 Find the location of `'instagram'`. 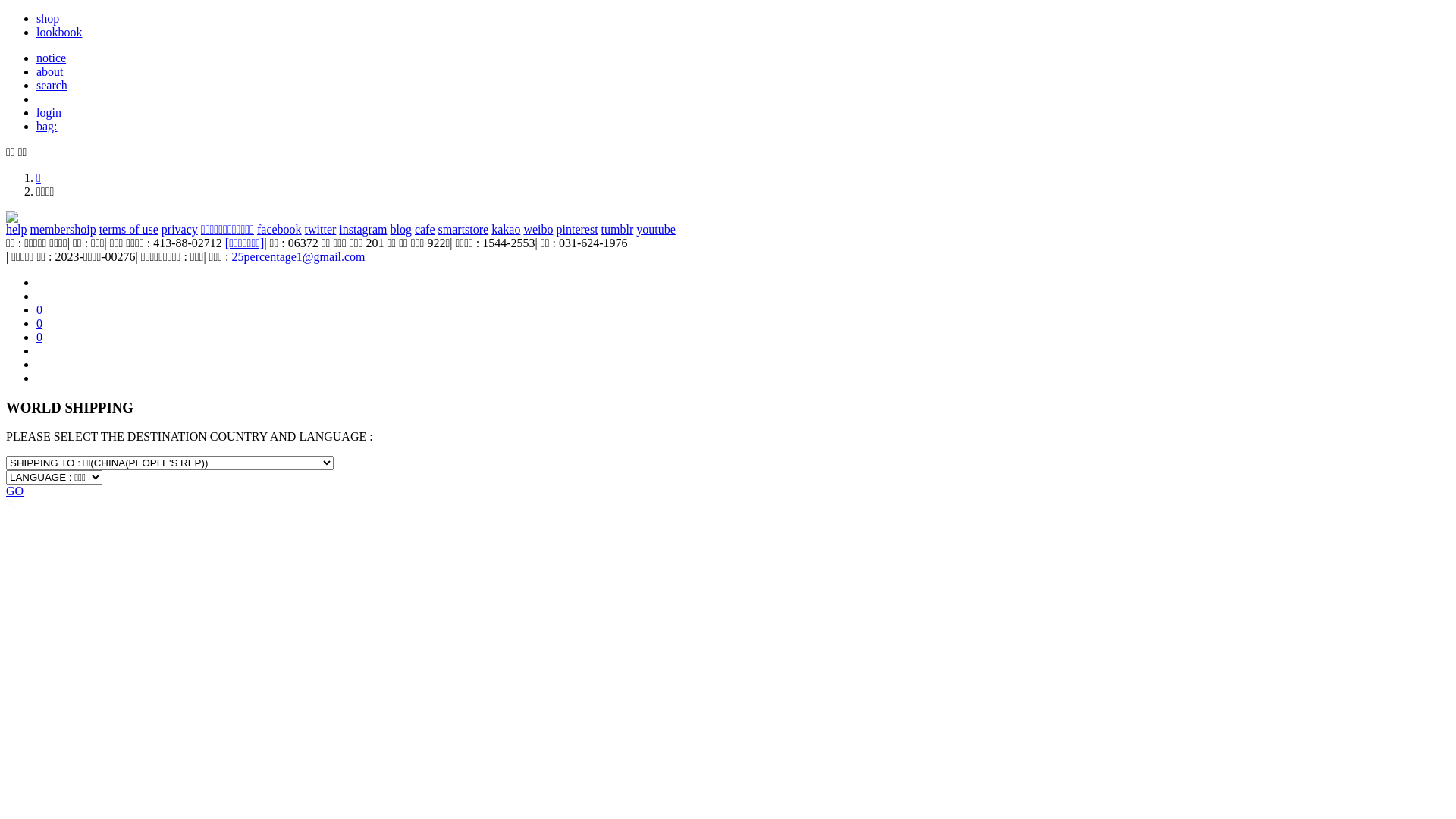

'instagram' is located at coordinates (362, 229).